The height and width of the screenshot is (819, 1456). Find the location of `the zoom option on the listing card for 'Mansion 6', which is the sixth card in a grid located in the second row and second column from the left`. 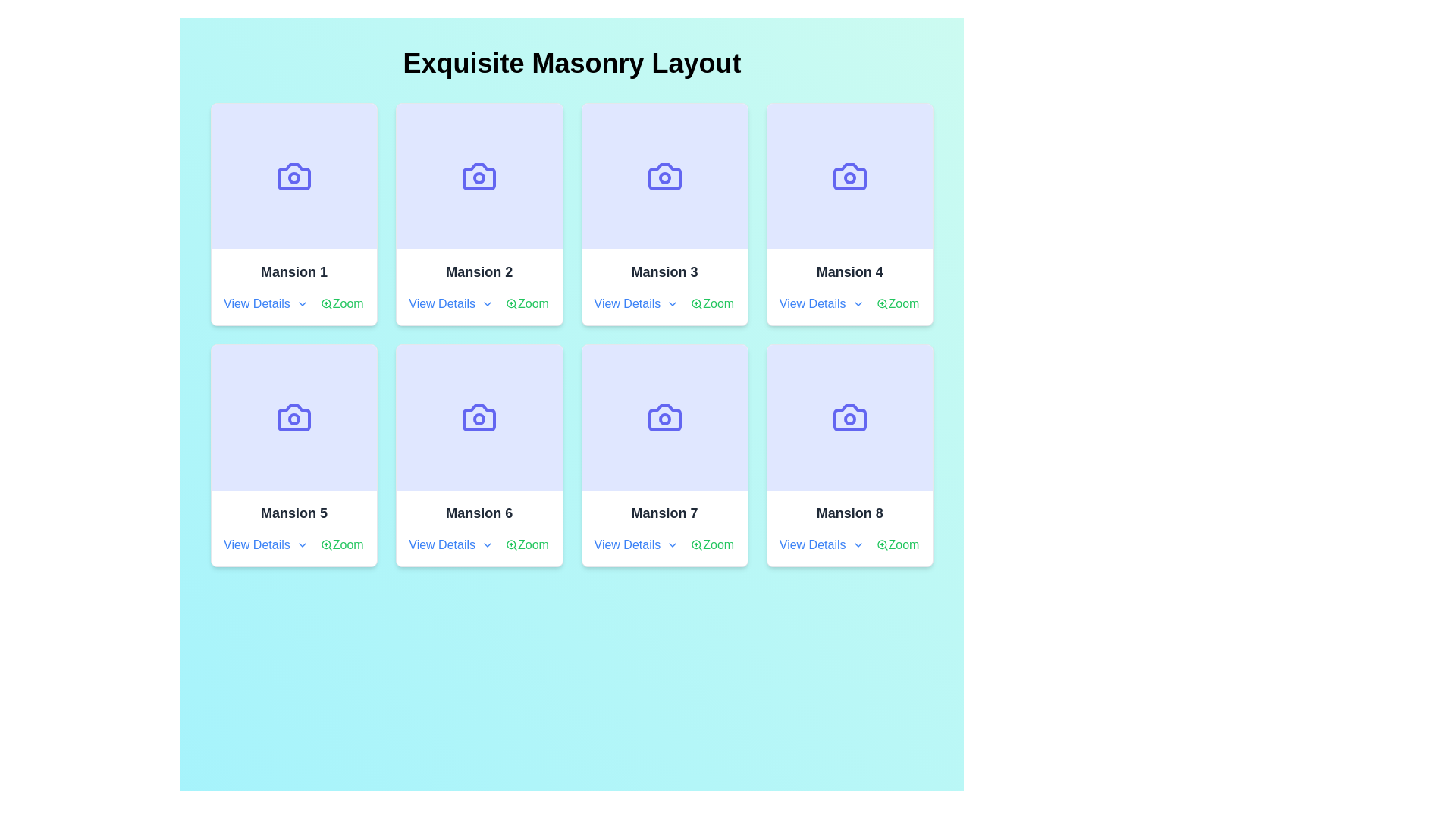

the zoom option on the listing card for 'Mansion 6', which is the sixth card in a grid located in the second row and second column from the left is located at coordinates (479, 455).